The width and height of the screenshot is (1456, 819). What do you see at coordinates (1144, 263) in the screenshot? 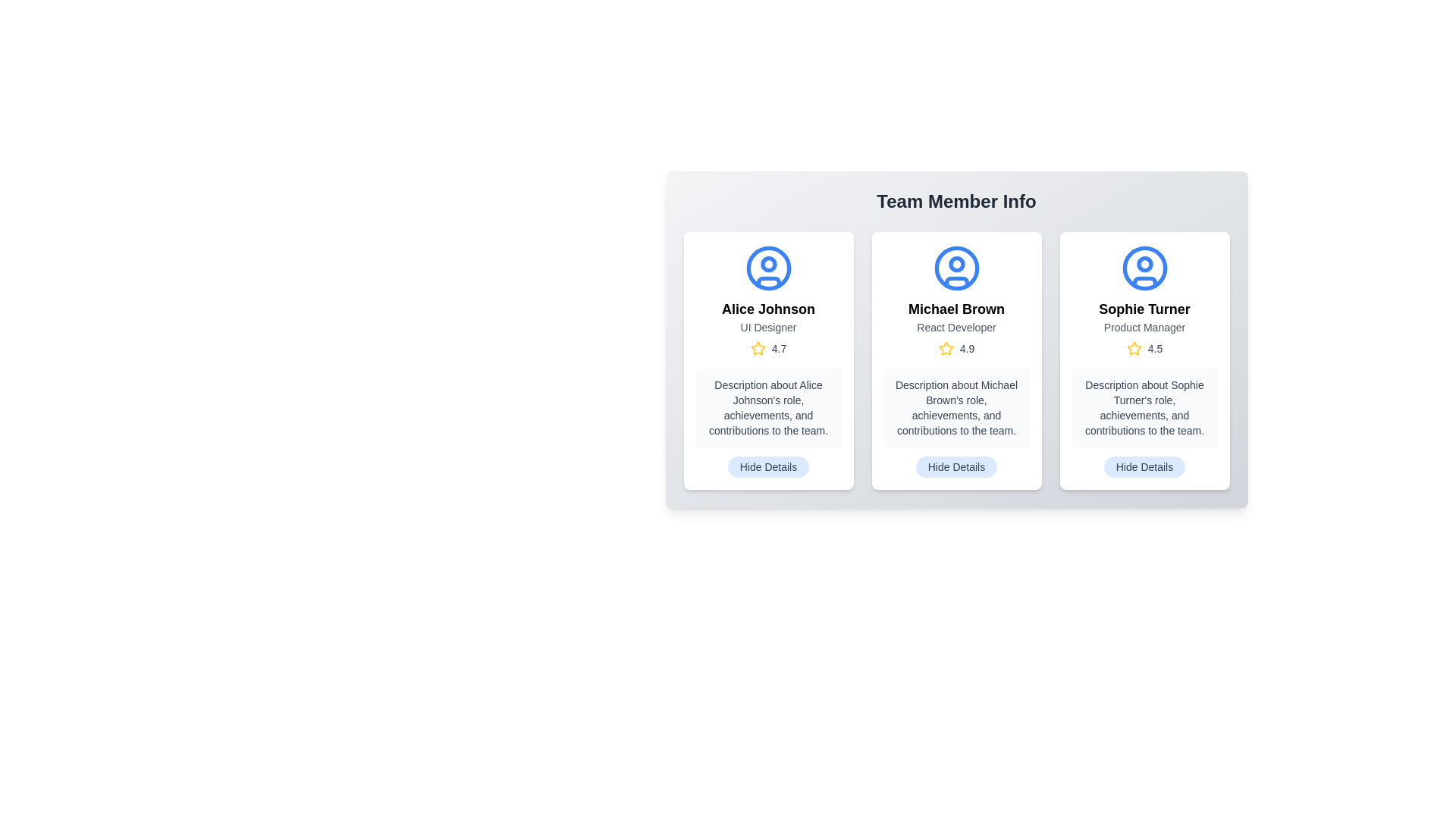
I see `the small circular icon that represents a user avatar, centrally aligned in the head section of the avatar graphic` at bounding box center [1144, 263].